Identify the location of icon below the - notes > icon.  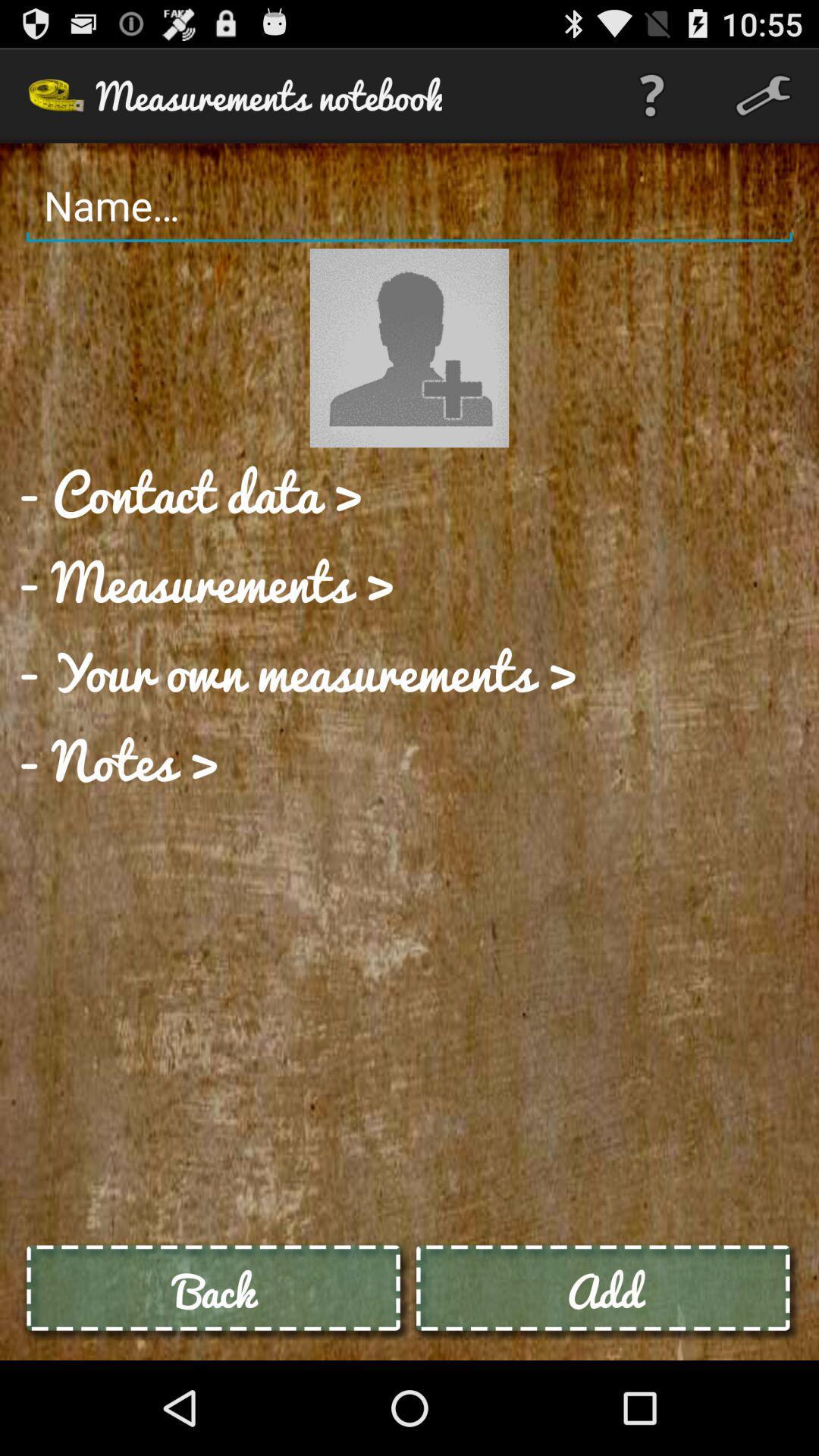
(215, 1290).